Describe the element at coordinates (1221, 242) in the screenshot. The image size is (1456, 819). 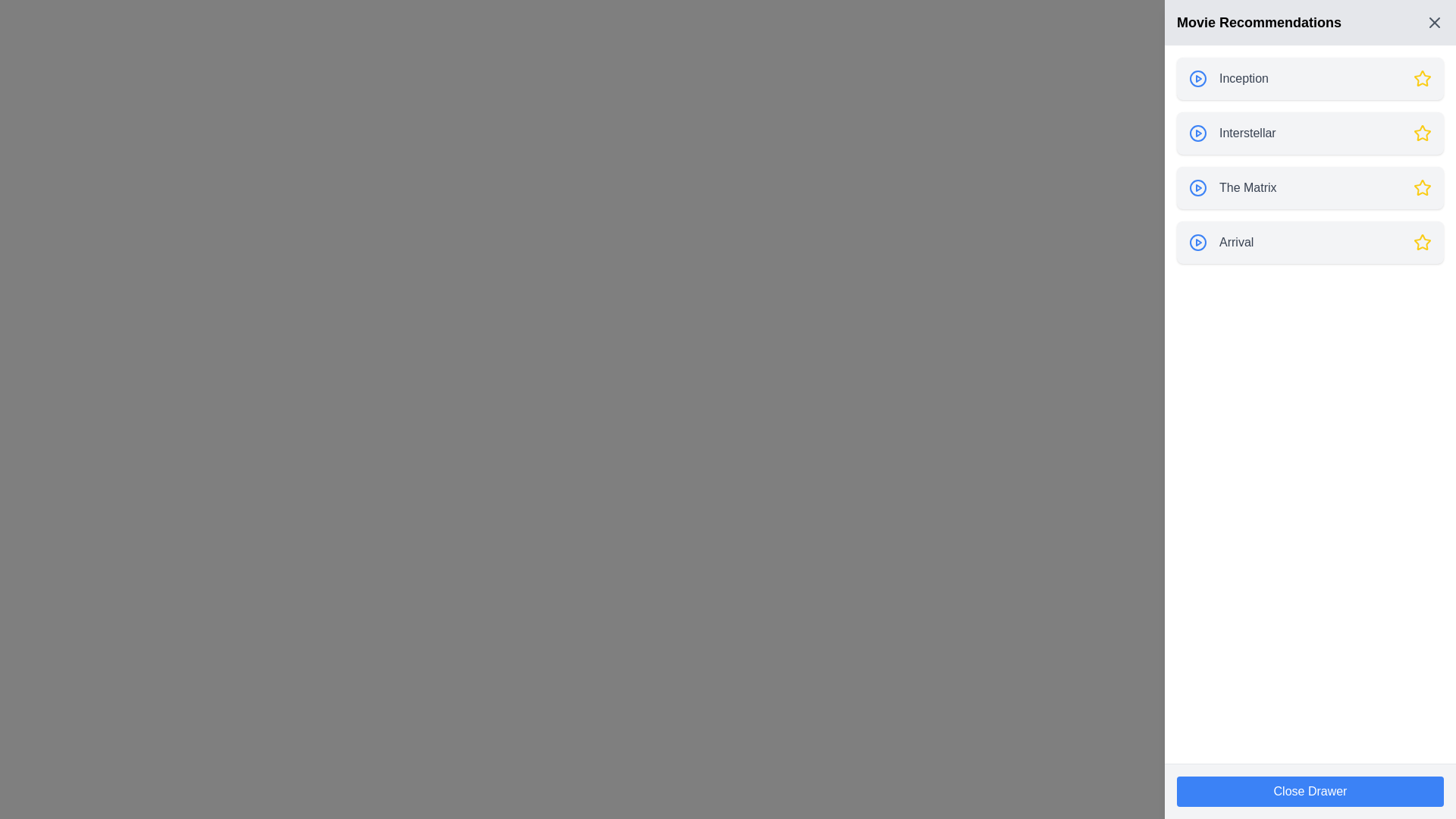
I see `the play icon in the fourth row of the 'Movie Recommendations' panel to play the movie 'Arrival'` at that location.